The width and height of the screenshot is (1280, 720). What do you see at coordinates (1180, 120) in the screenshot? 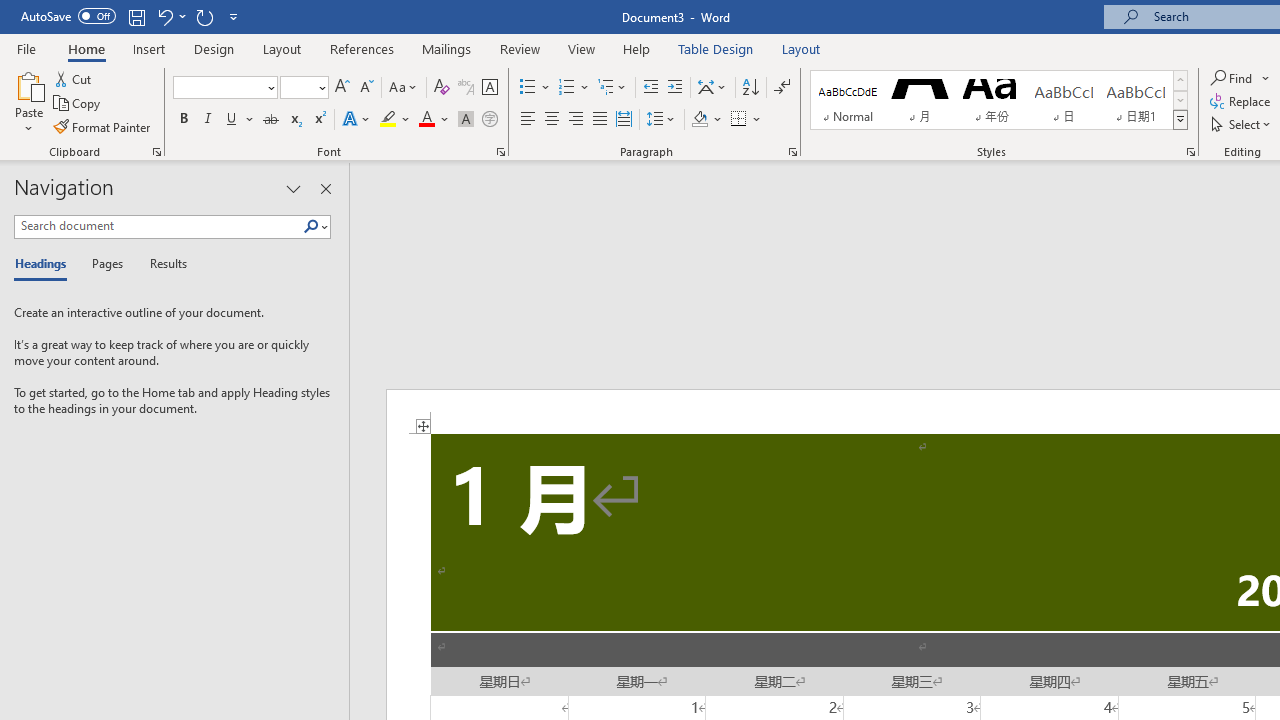
I see `'Styles'` at bounding box center [1180, 120].